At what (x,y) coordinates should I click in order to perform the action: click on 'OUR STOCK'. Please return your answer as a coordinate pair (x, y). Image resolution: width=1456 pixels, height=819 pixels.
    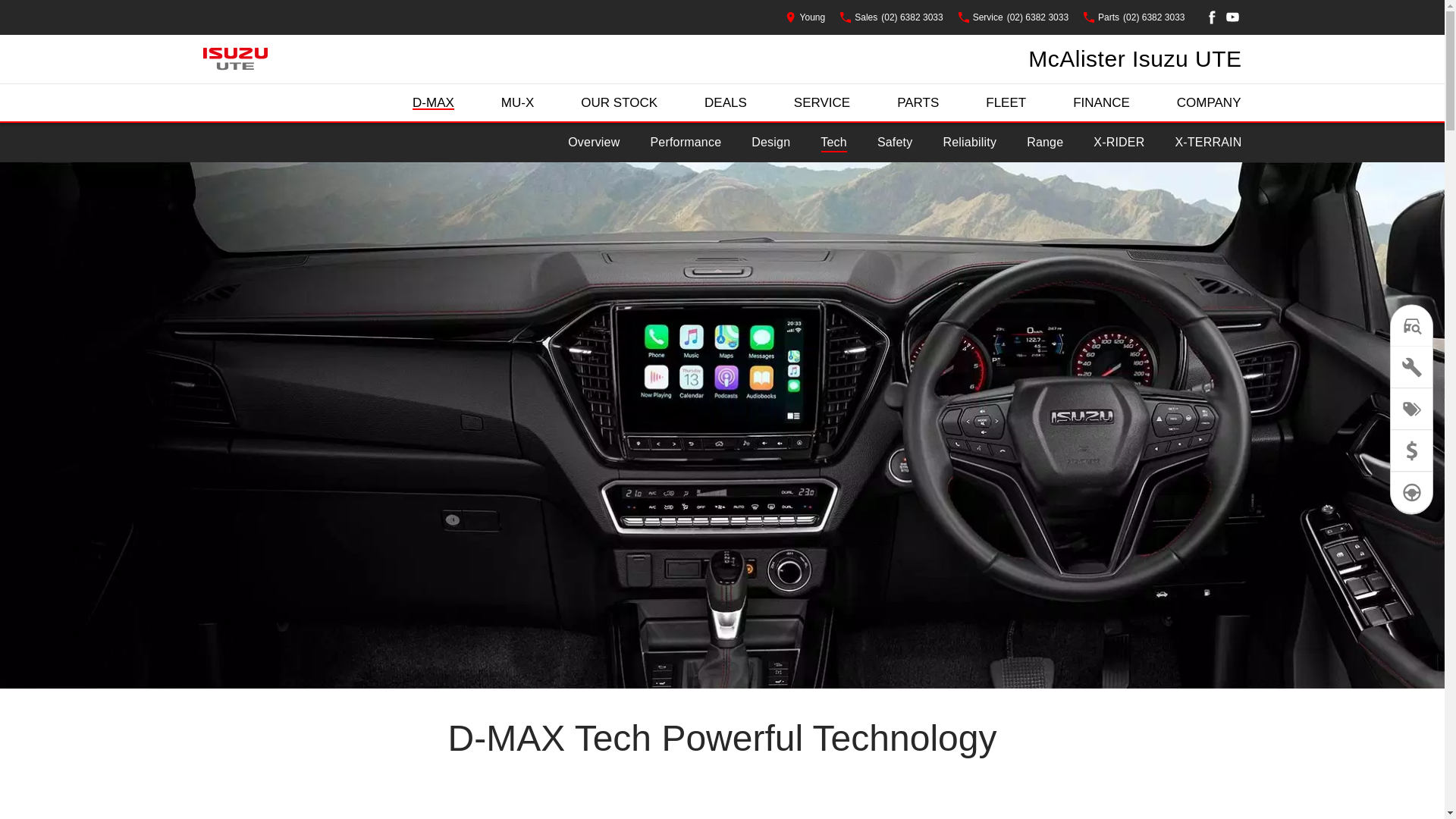
    Looking at the image, I should click on (619, 102).